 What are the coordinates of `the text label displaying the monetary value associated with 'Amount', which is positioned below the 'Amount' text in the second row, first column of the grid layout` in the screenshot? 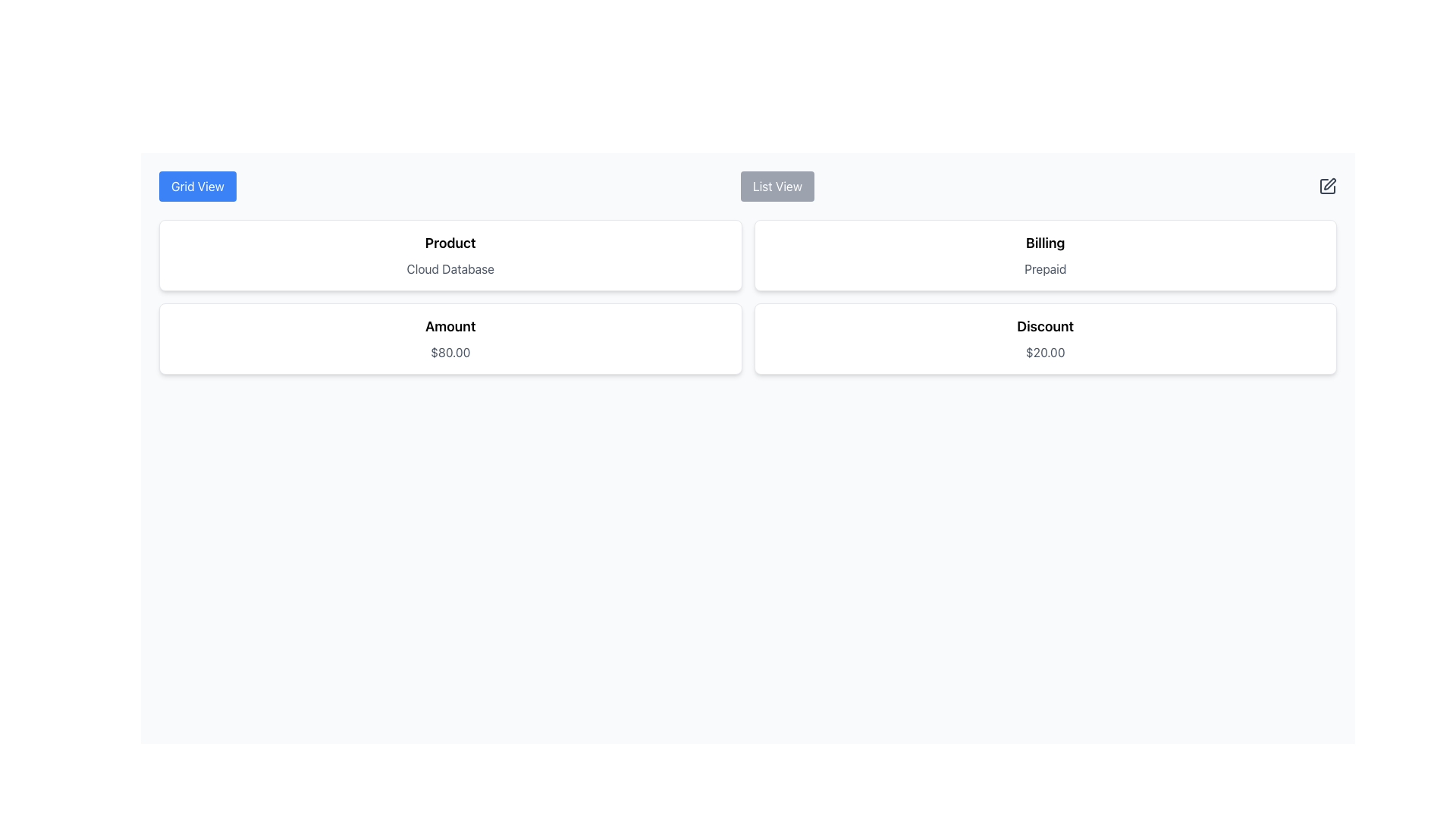 It's located at (450, 353).